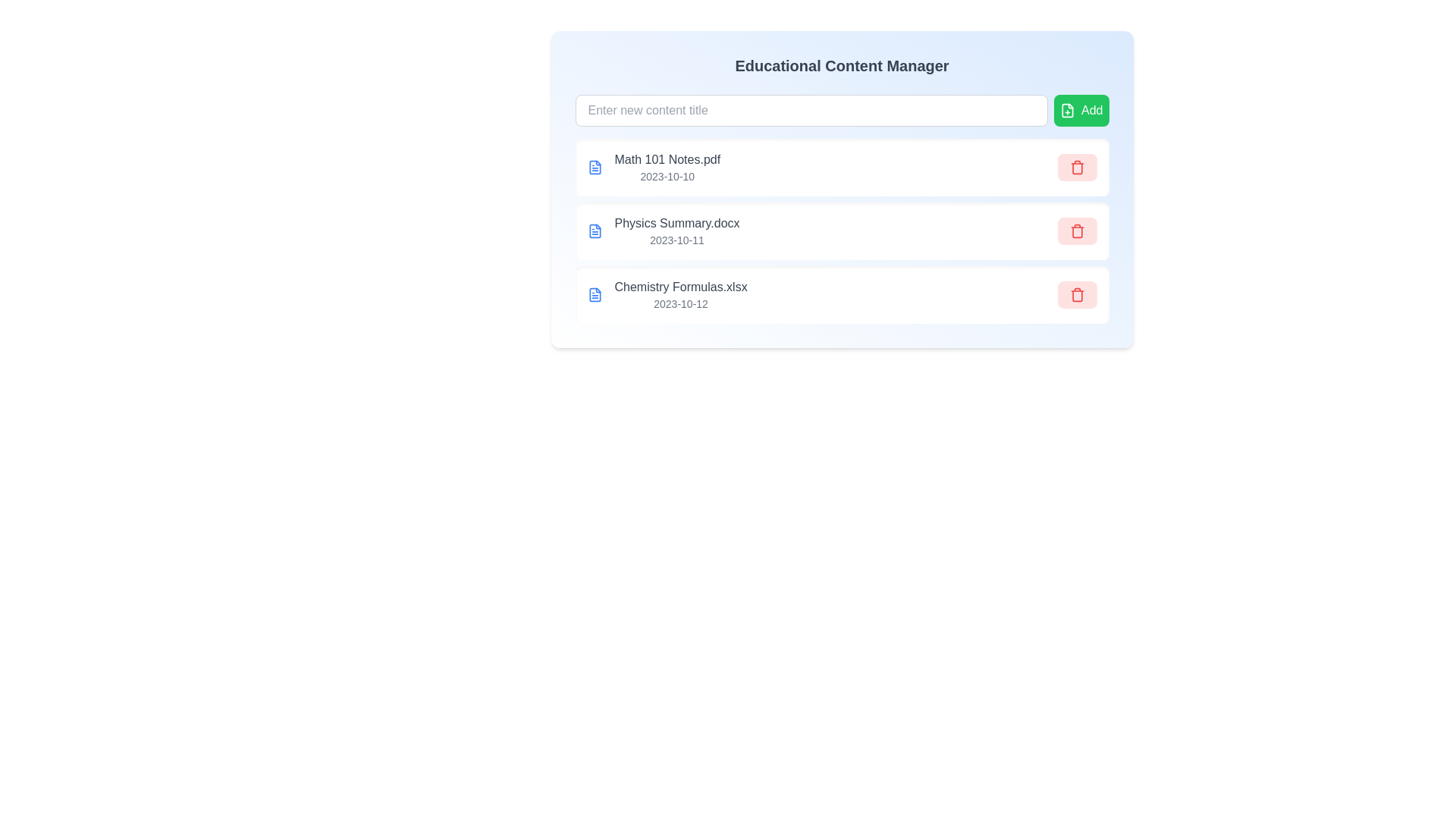  I want to click on the red delete button with a trash can icon located in the second row, far-right position of the list, so click(1076, 231).